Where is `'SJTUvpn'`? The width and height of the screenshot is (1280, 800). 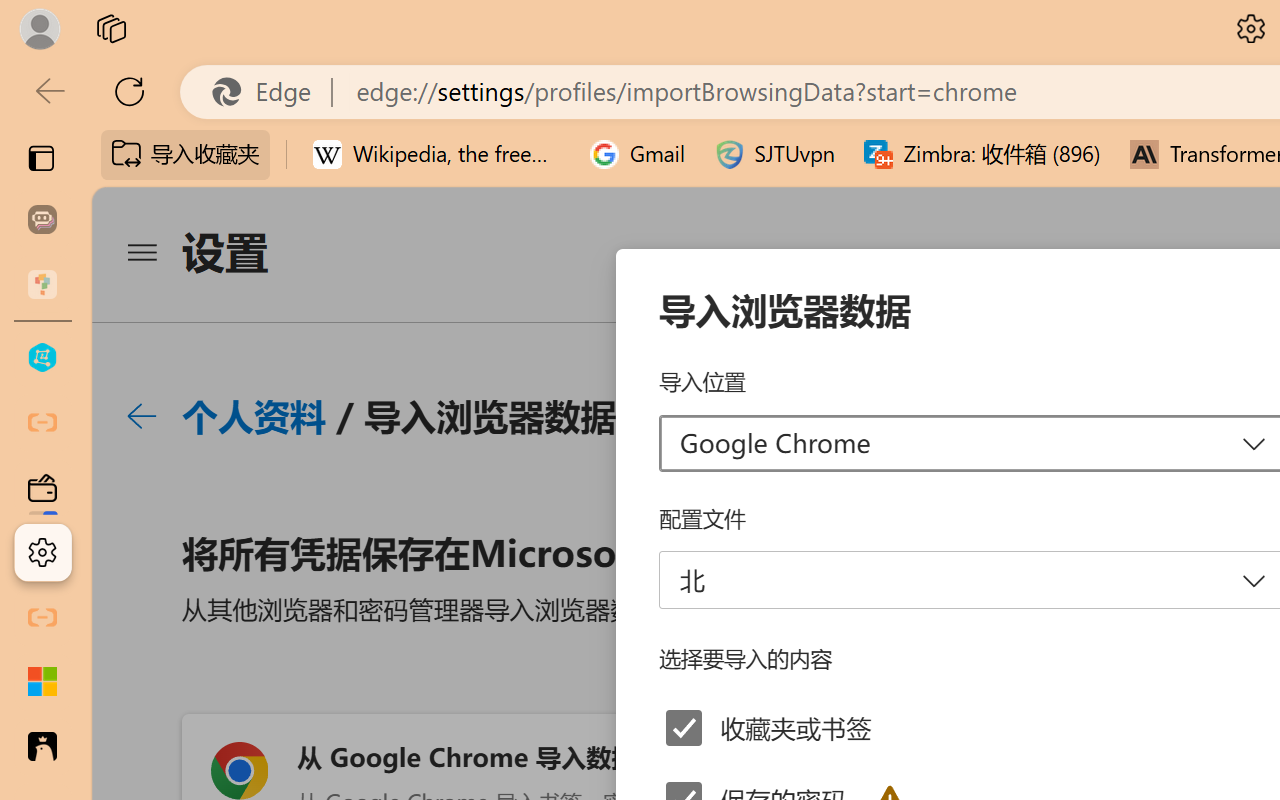 'SJTUvpn' is located at coordinates (773, 154).